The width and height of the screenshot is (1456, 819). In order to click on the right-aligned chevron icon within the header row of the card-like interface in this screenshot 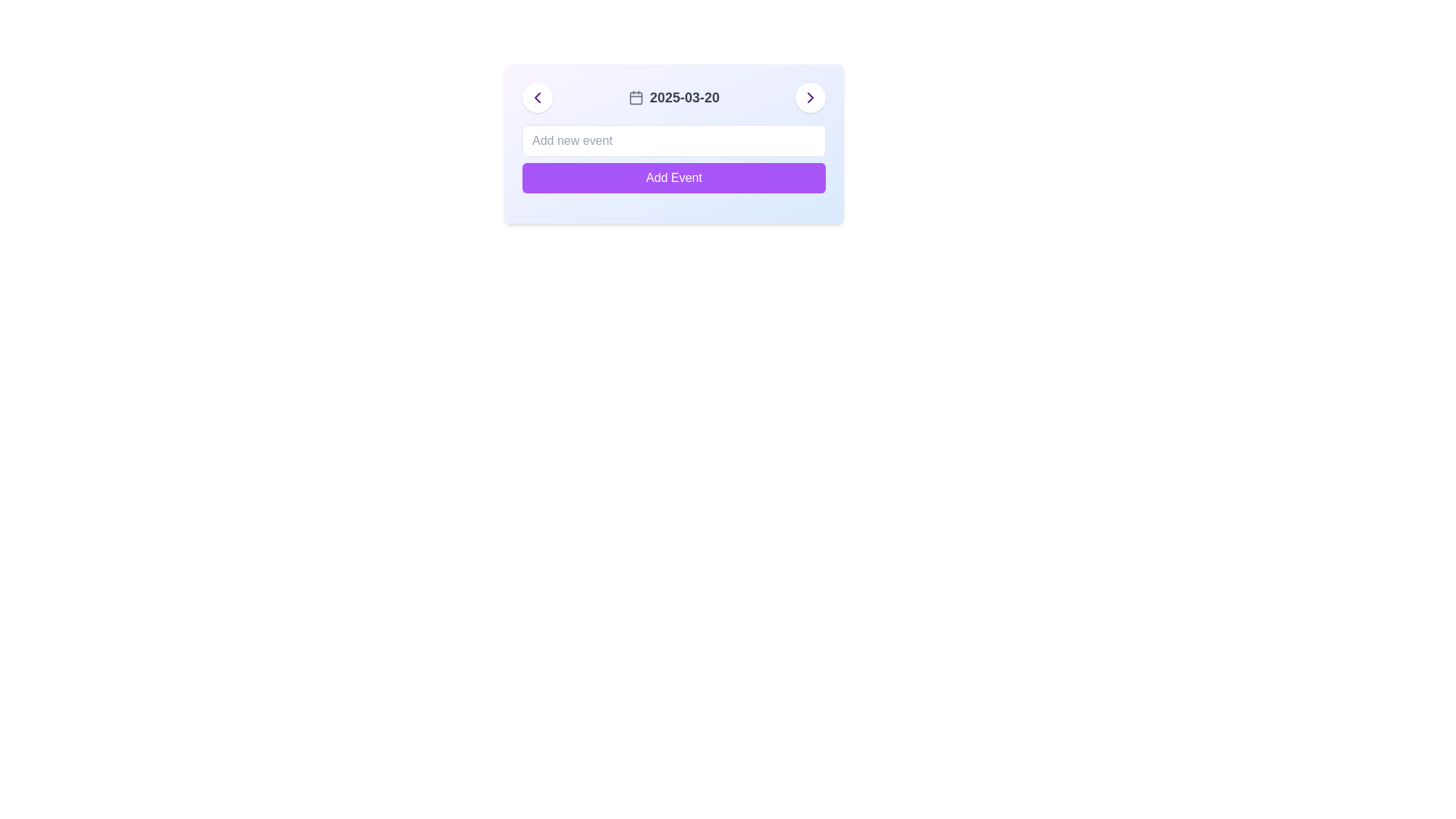, I will do `click(810, 97)`.